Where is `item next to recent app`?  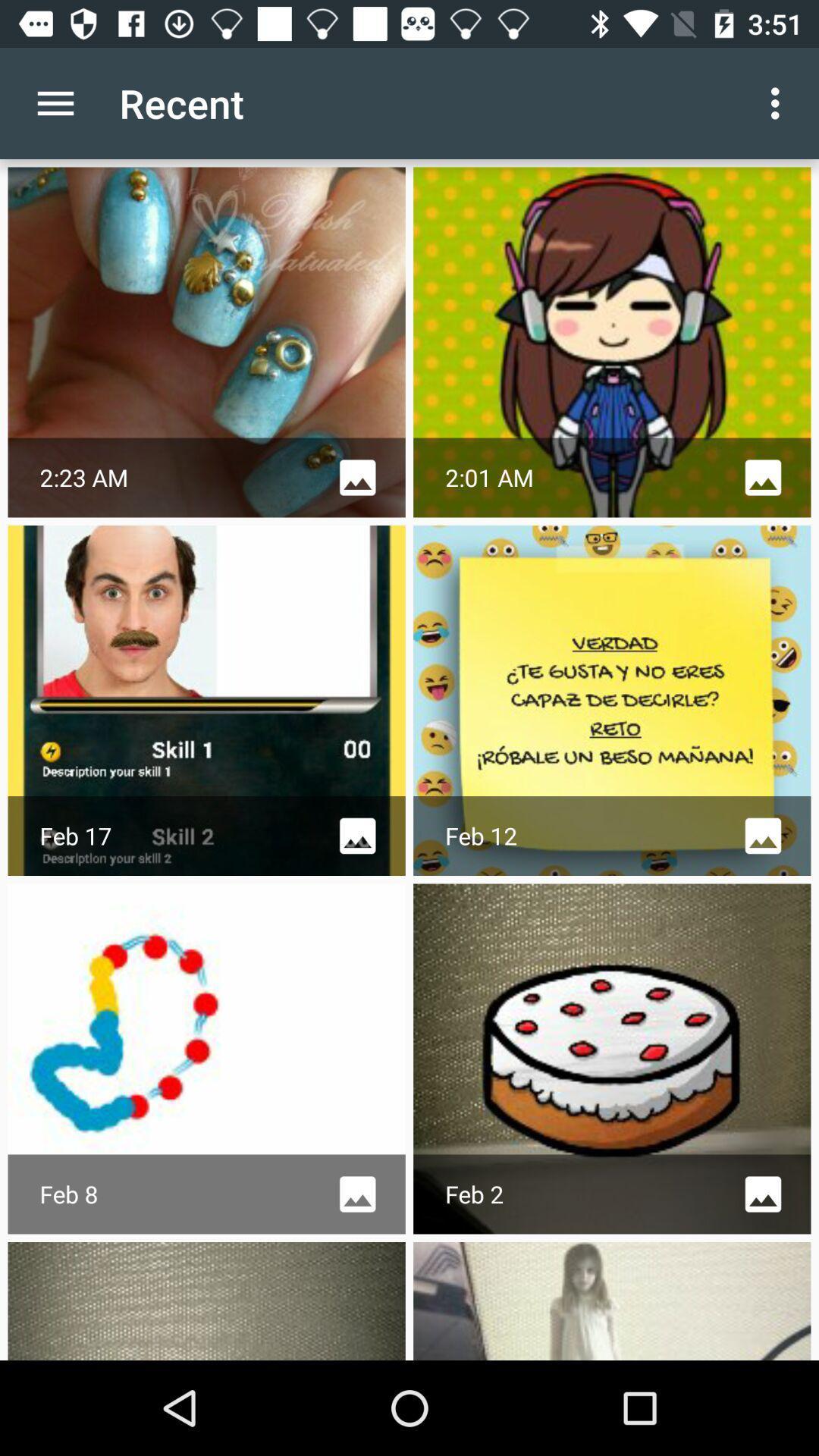 item next to recent app is located at coordinates (55, 102).